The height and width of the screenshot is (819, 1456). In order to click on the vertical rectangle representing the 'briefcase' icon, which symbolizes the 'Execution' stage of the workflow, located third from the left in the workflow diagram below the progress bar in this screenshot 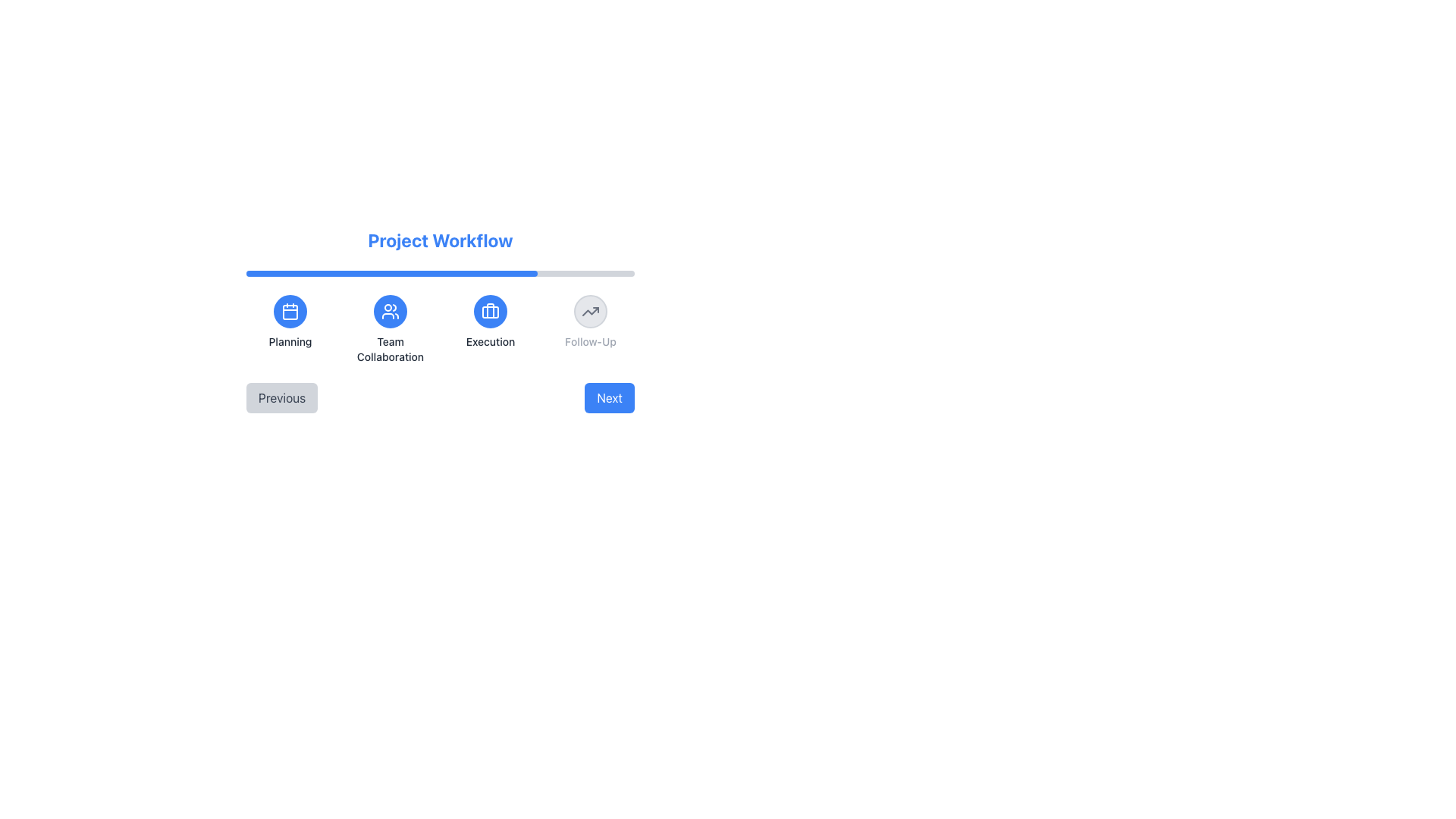, I will do `click(491, 309)`.